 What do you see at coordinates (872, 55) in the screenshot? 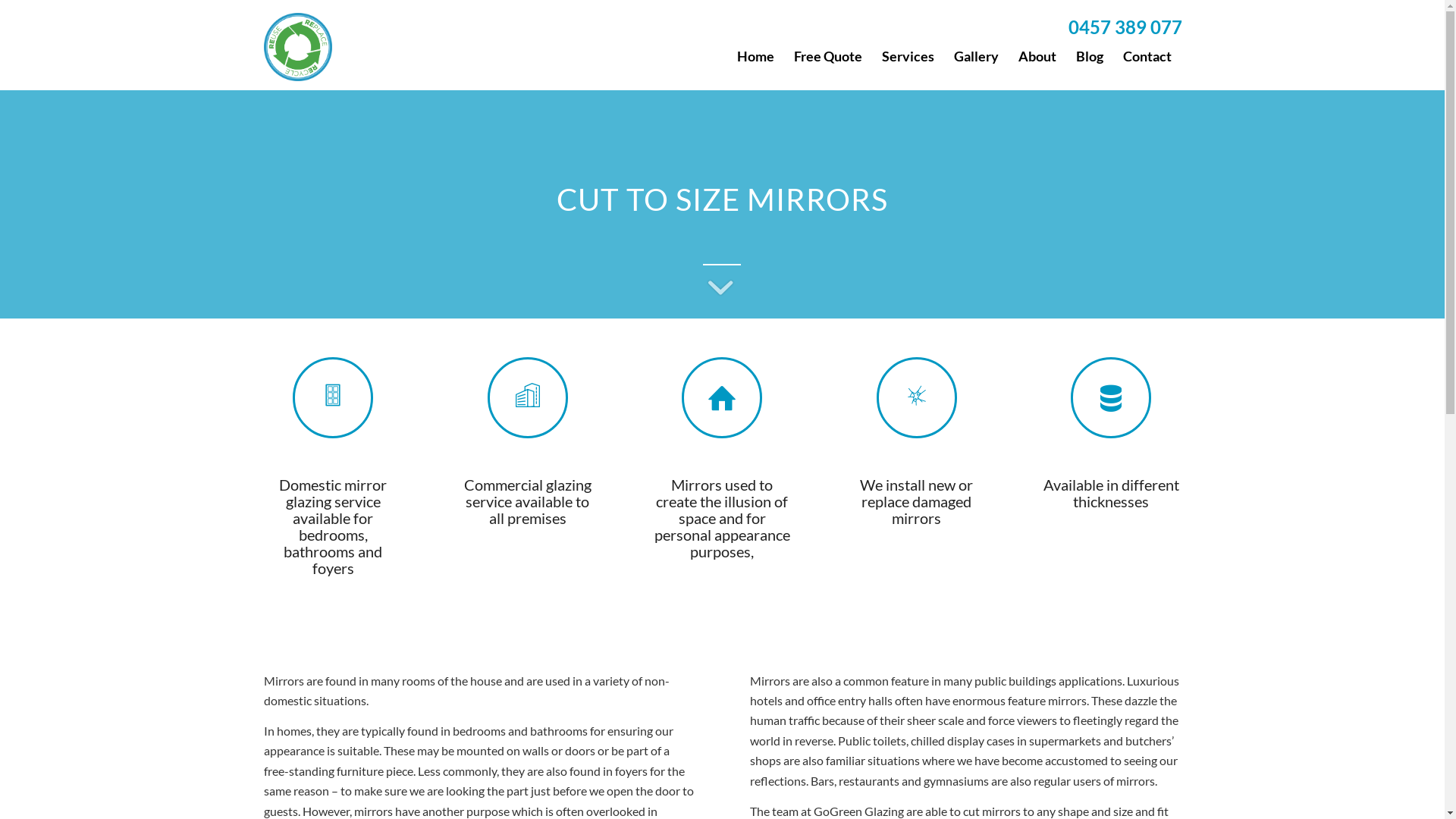
I see `'Services'` at bounding box center [872, 55].